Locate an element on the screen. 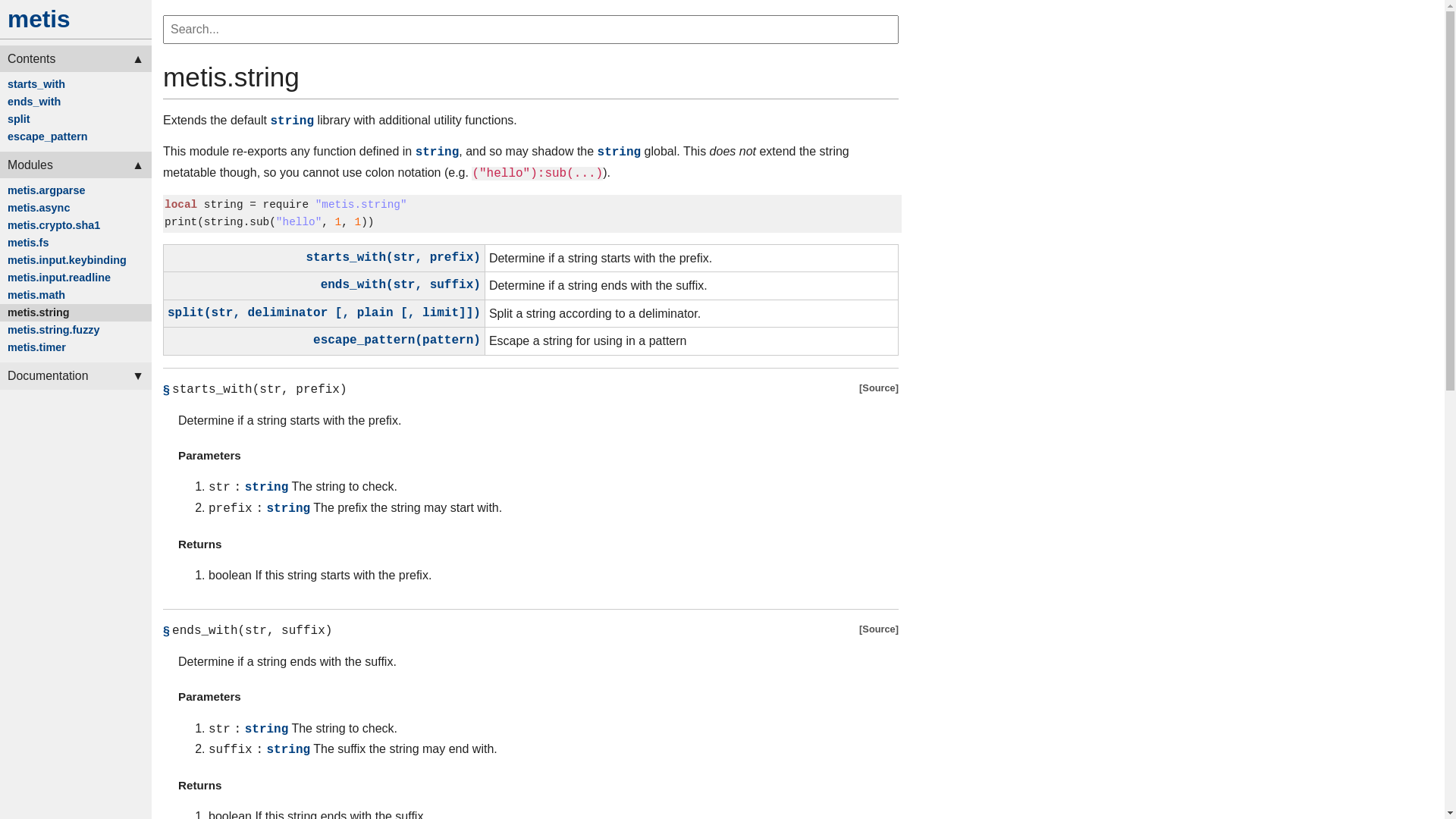  'string' is located at coordinates (266, 728).